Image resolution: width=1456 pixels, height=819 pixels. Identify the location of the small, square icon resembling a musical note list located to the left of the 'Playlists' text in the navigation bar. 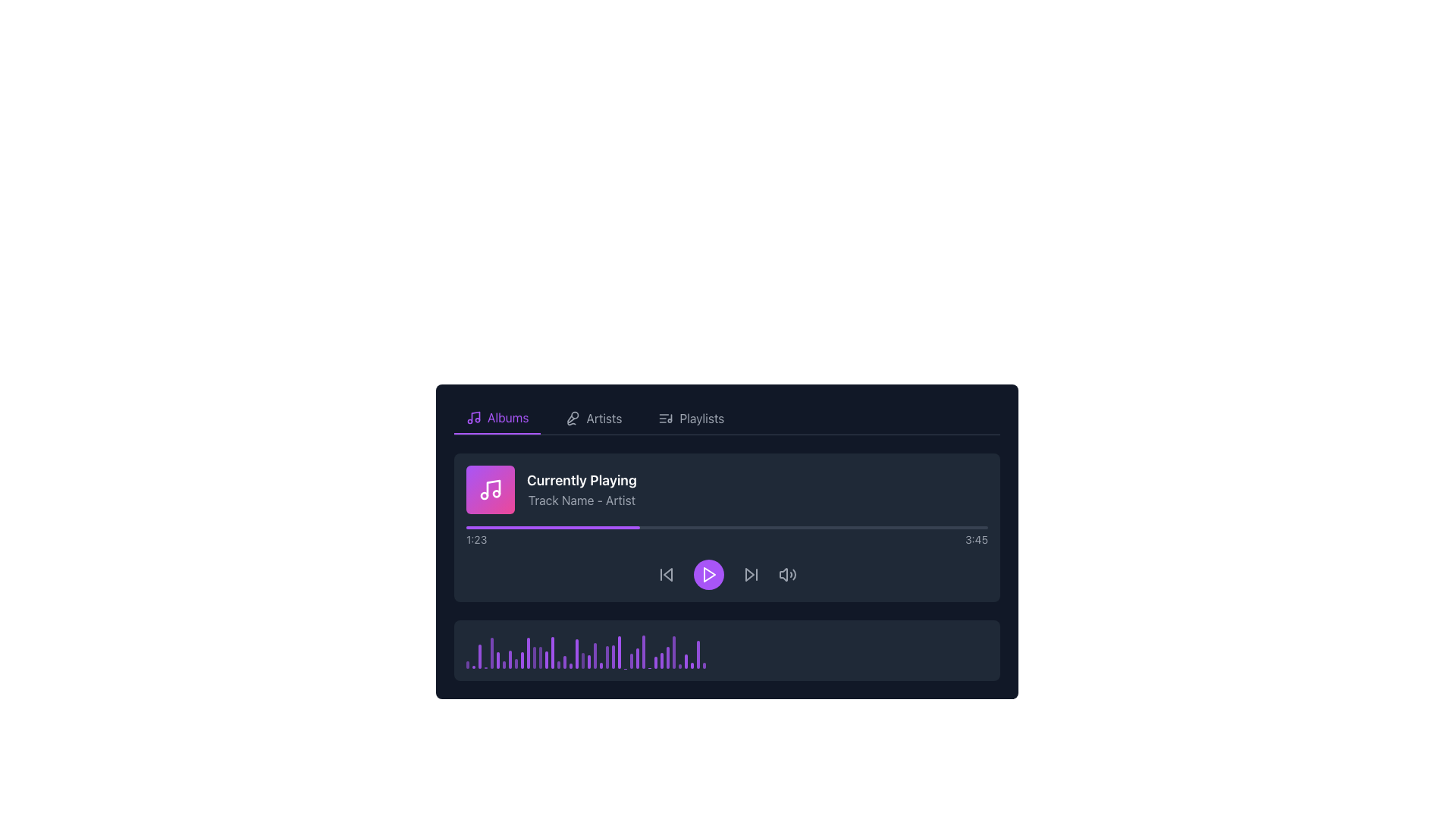
(666, 418).